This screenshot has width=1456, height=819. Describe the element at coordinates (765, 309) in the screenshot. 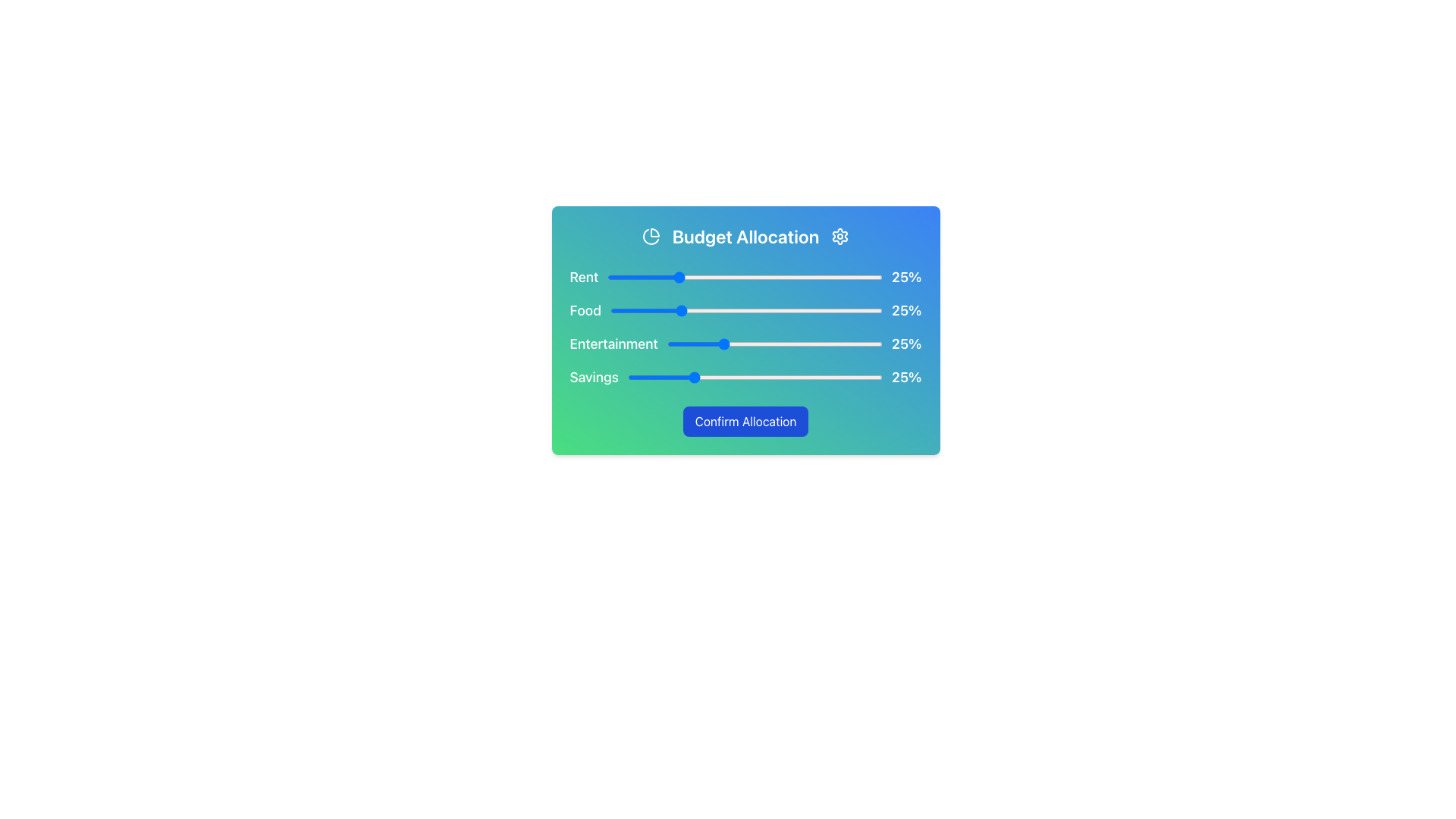

I see `the Food allocation slider` at that location.